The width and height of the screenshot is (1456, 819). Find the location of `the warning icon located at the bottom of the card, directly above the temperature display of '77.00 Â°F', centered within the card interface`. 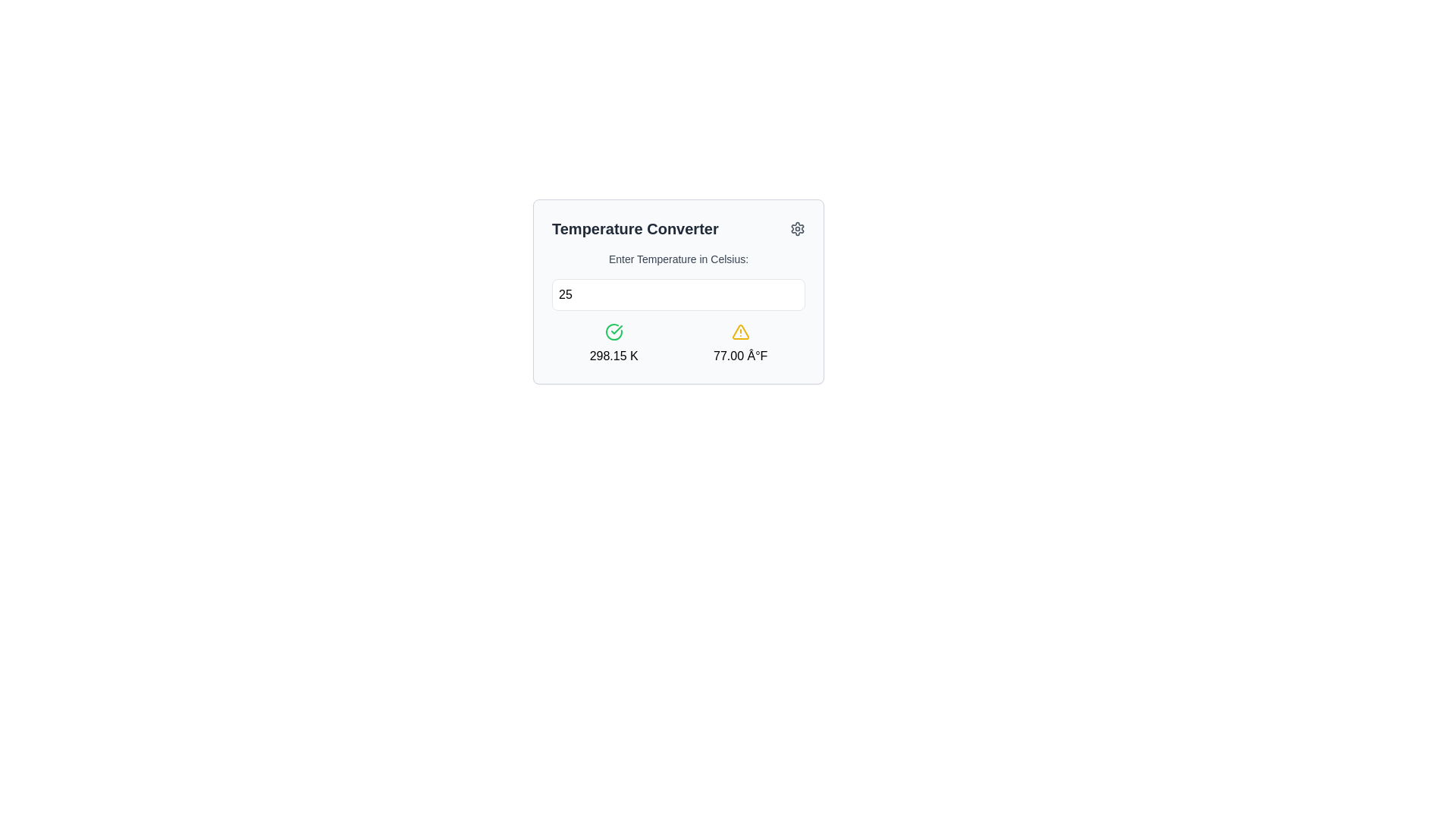

the warning icon located at the bottom of the card, directly above the temperature display of '77.00 Â°F', centered within the card interface is located at coordinates (740, 331).